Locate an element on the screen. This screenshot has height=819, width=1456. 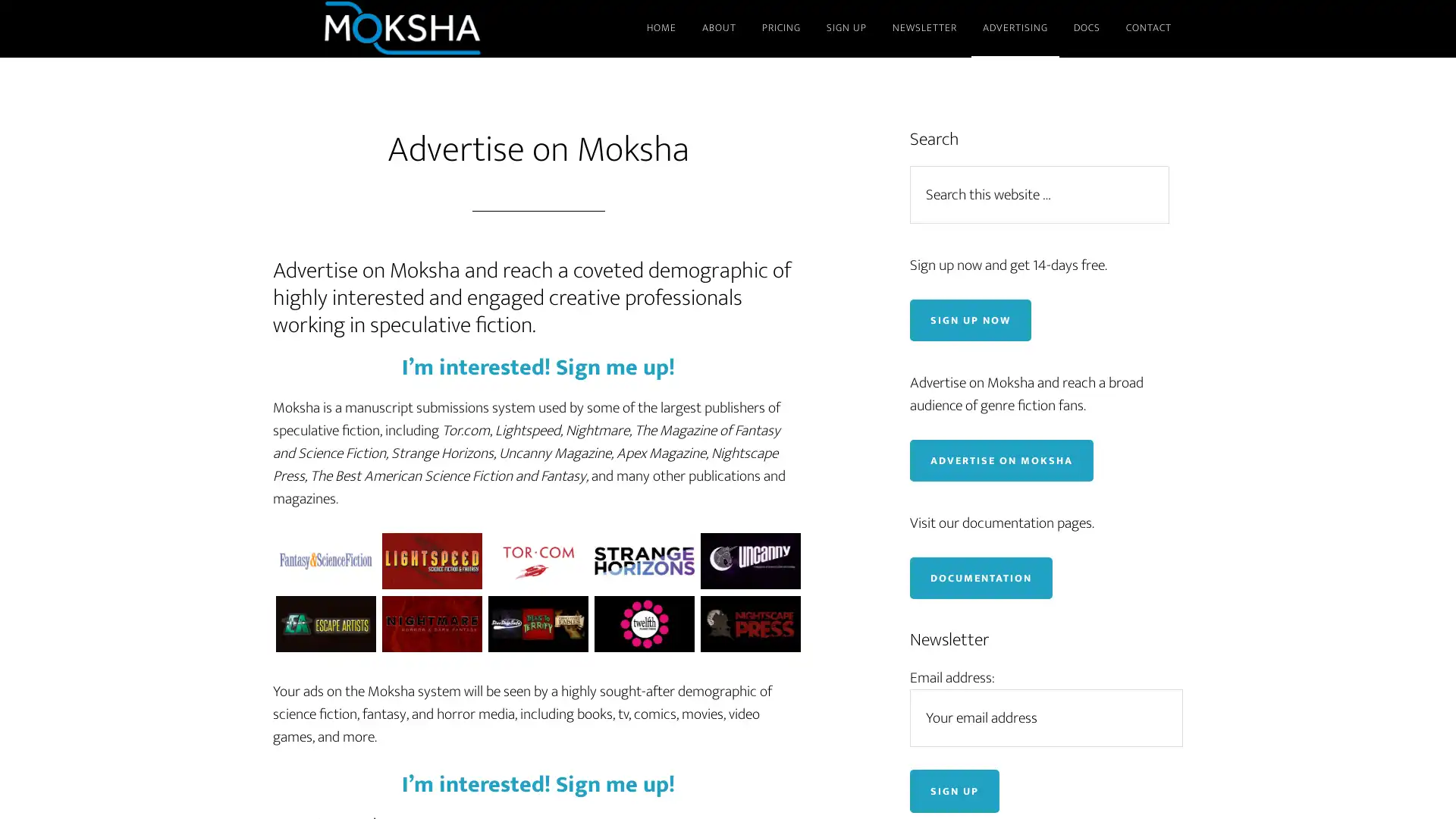
Search is located at coordinates (1175, 165).